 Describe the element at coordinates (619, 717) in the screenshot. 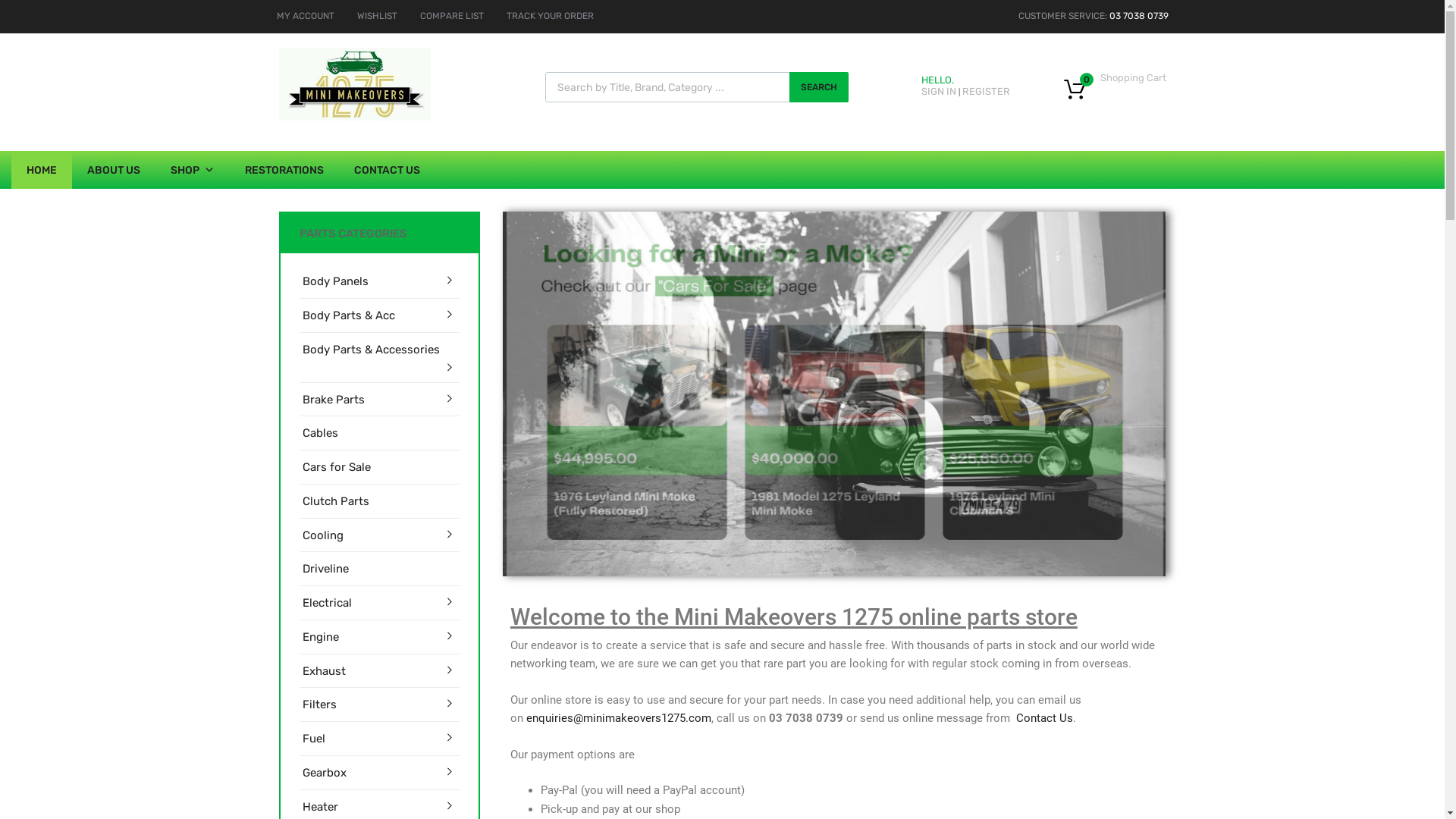

I see `'enquiries@minimakeovers1275.com'` at that location.